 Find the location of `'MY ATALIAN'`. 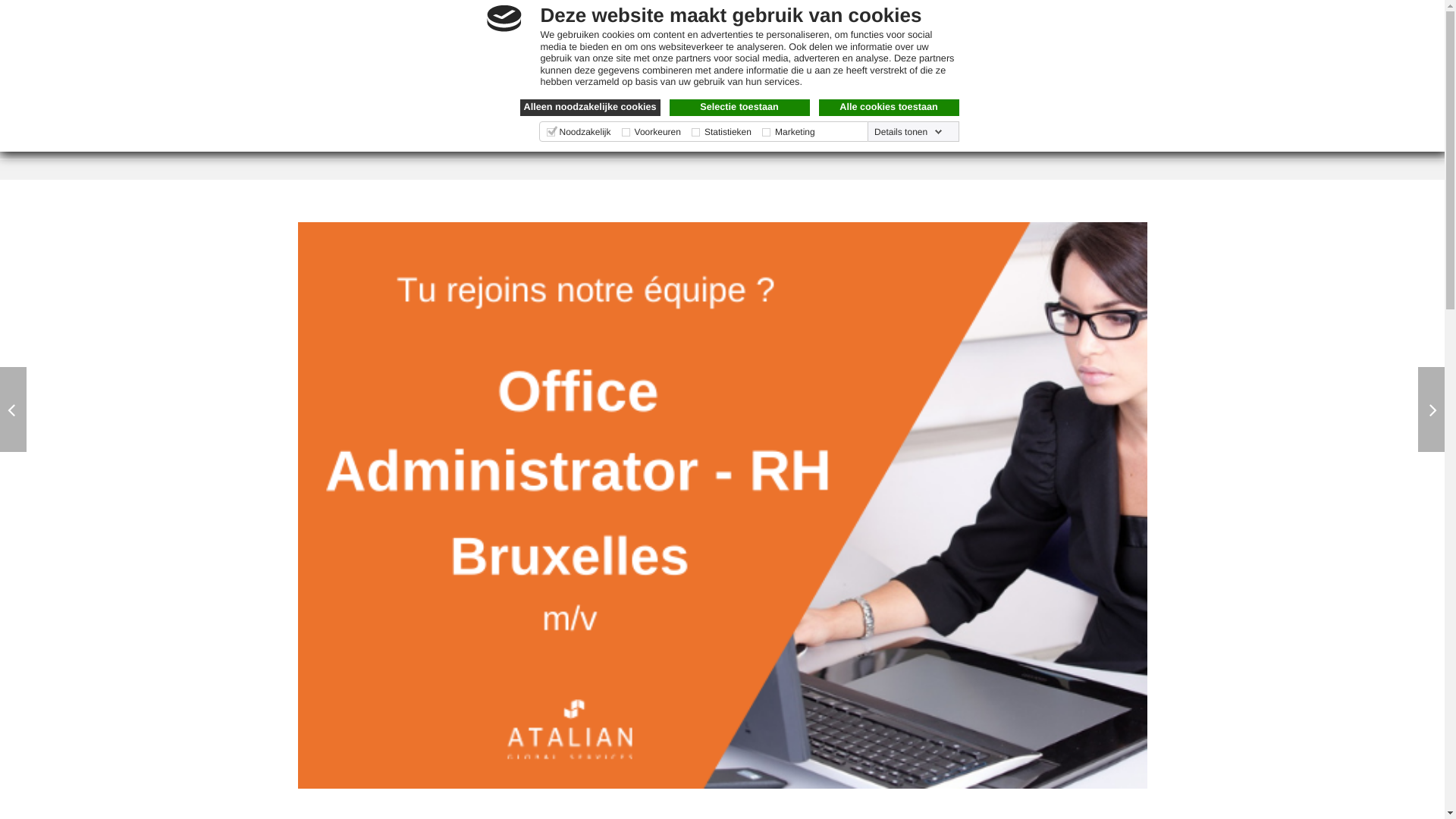

'MY ATALIAN' is located at coordinates (1112, 55).